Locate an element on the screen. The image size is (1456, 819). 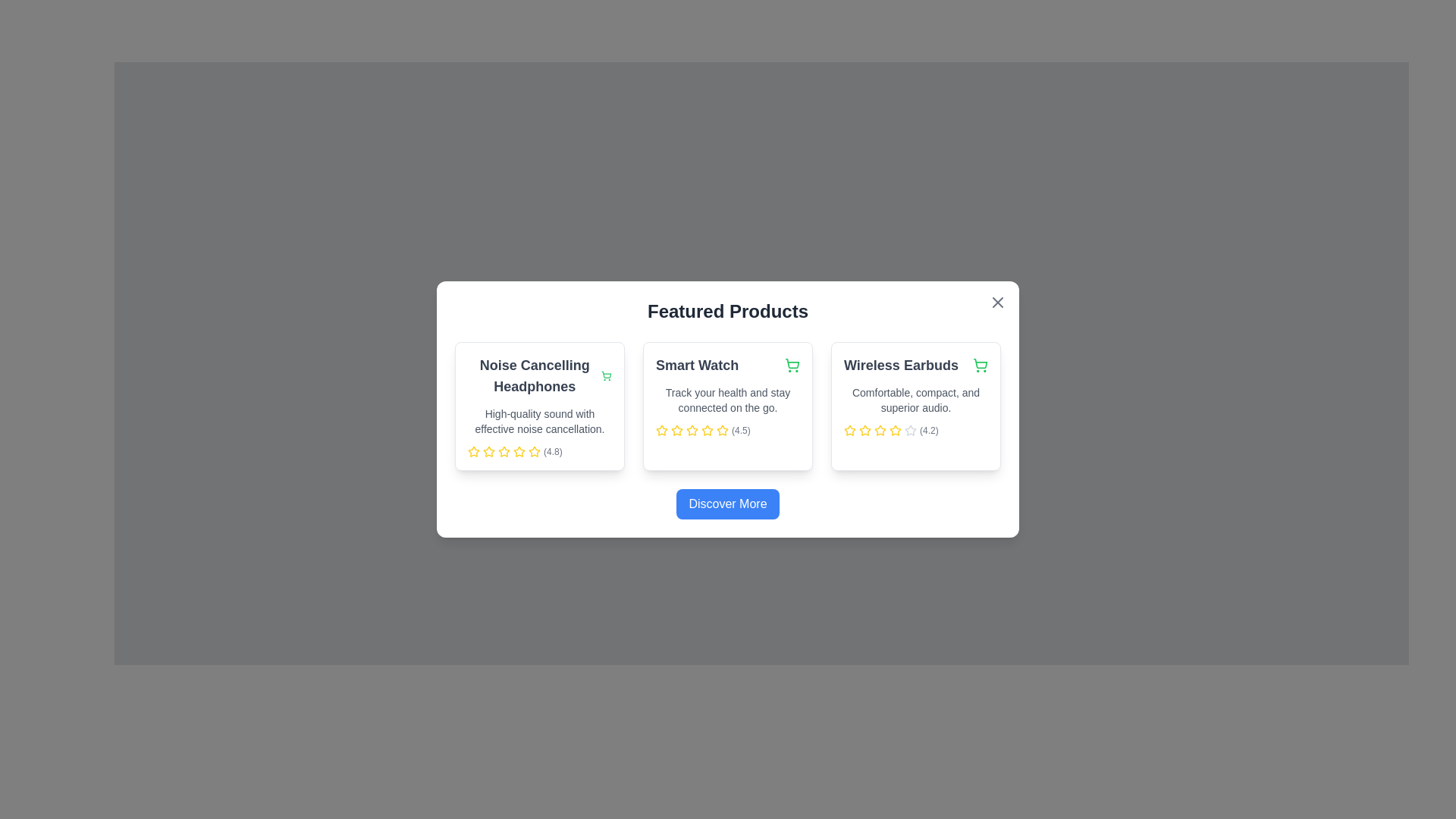
the product information card titled 'Wireless Earbuds', which is the third card in a three-column grid layout, located at the bottom right corner under 'Featured Products' is located at coordinates (915, 406).